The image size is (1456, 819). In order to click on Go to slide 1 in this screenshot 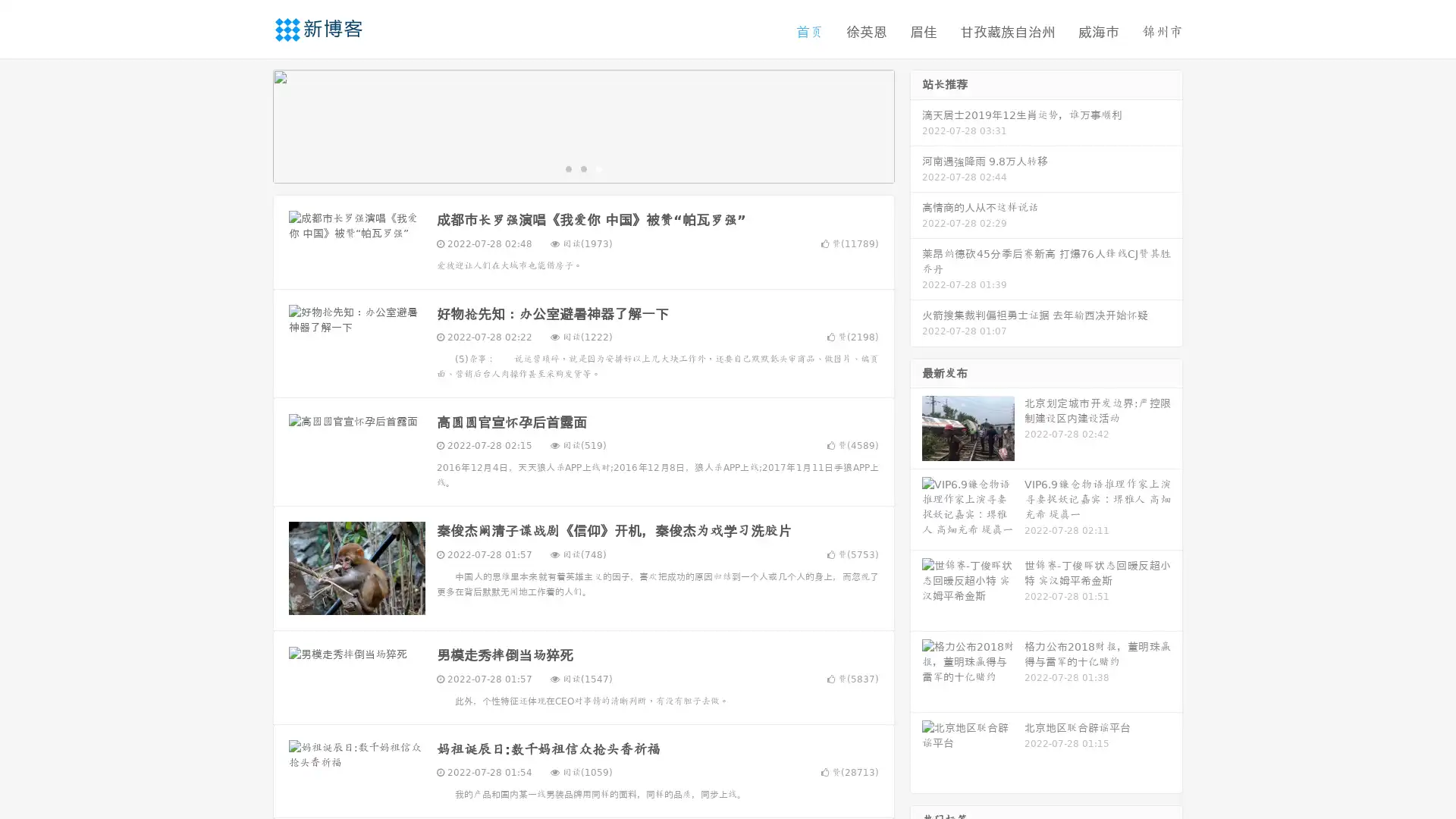, I will do `click(567, 171)`.